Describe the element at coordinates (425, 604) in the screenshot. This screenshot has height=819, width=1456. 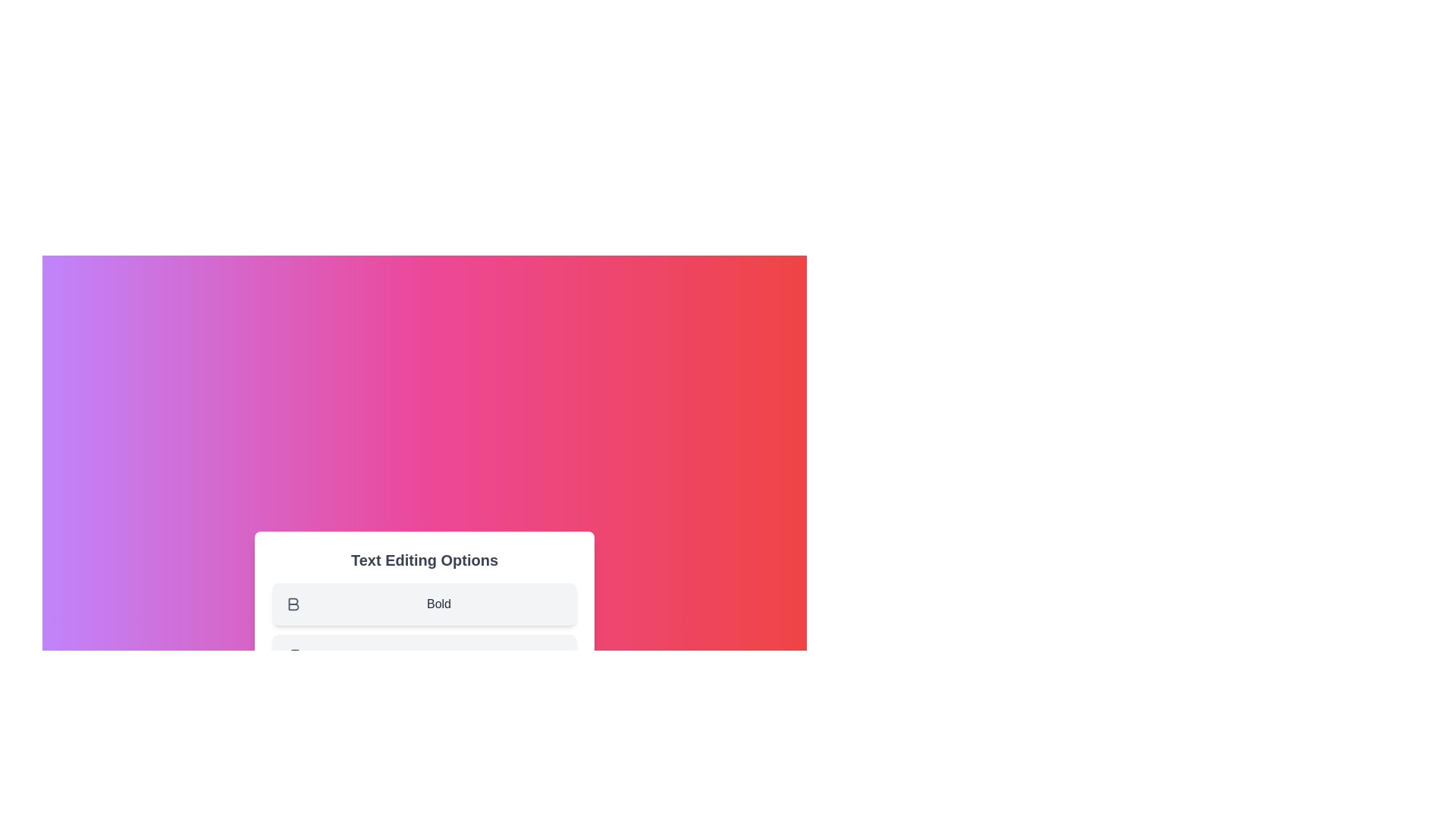
I see `the menu option Bold` at that location.